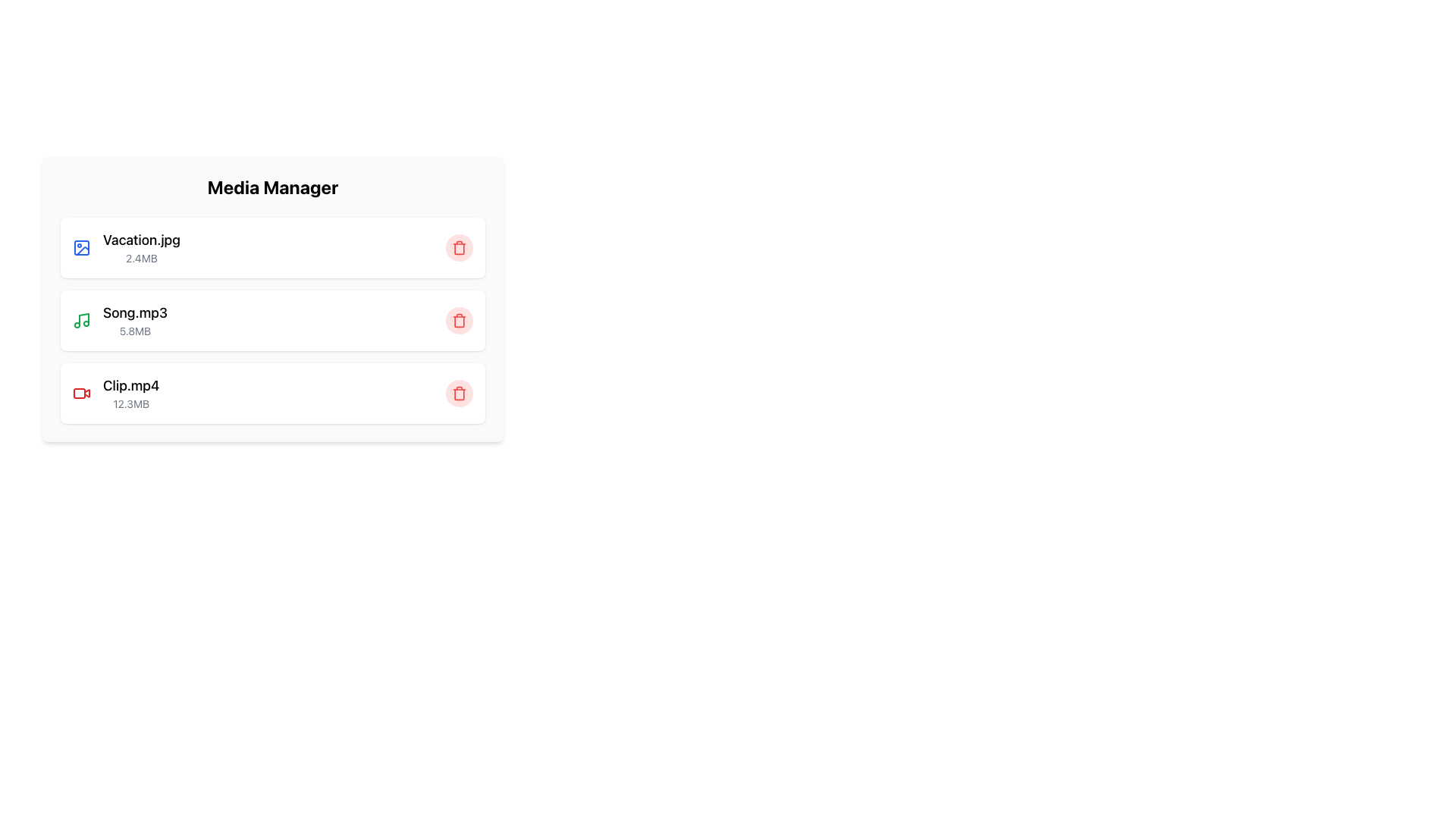 The height and width of the screenshot is (819, 1456). What do you see at coordinates (273, 247) in the screenshot?
I see `the first item in the Media Manager file list, which represents 'Vacation.jpg' and highlights the row` at bounding box center [273, 247].